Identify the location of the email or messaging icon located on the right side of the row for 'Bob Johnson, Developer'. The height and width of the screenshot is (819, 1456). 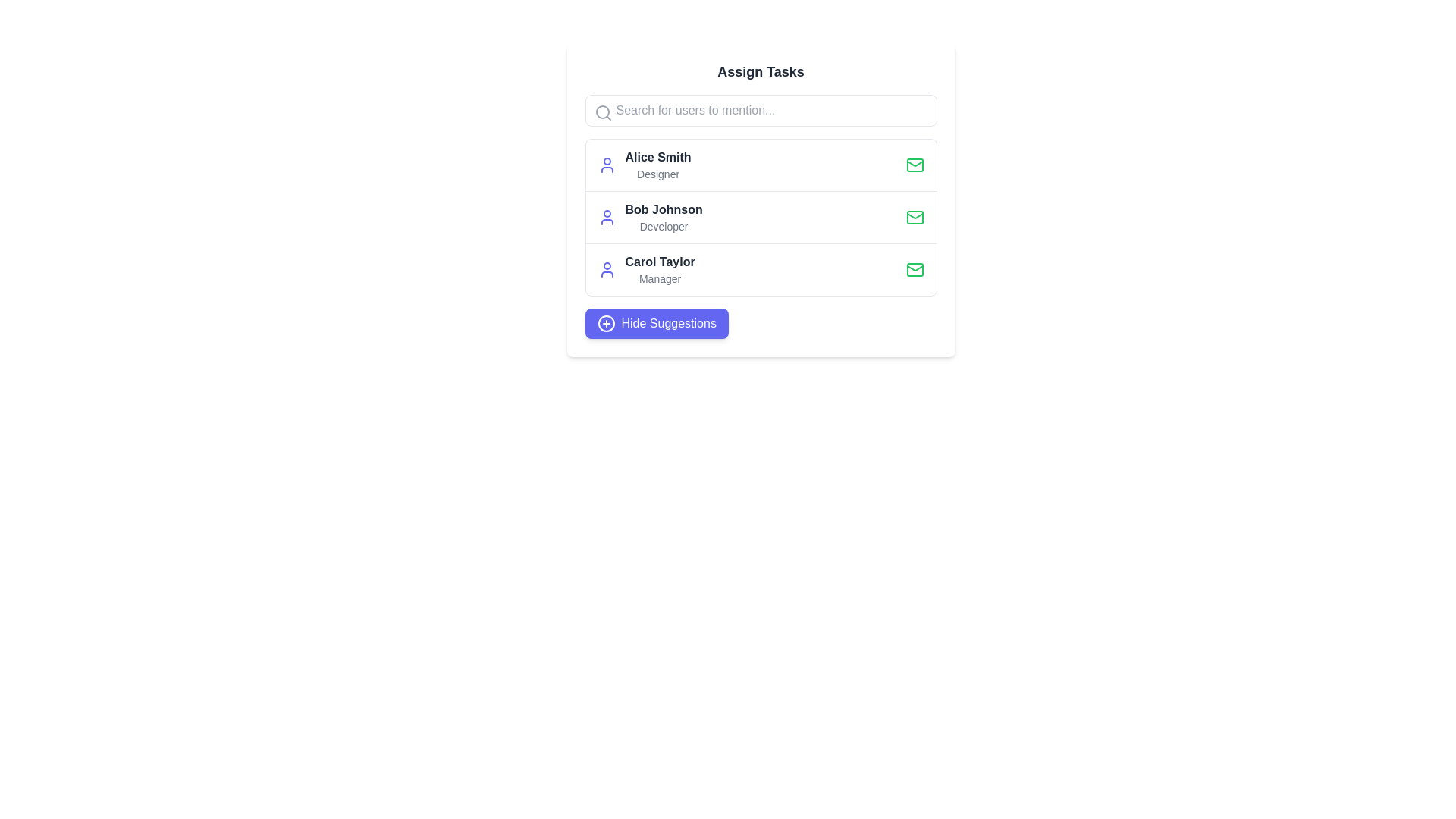
(914, 217).